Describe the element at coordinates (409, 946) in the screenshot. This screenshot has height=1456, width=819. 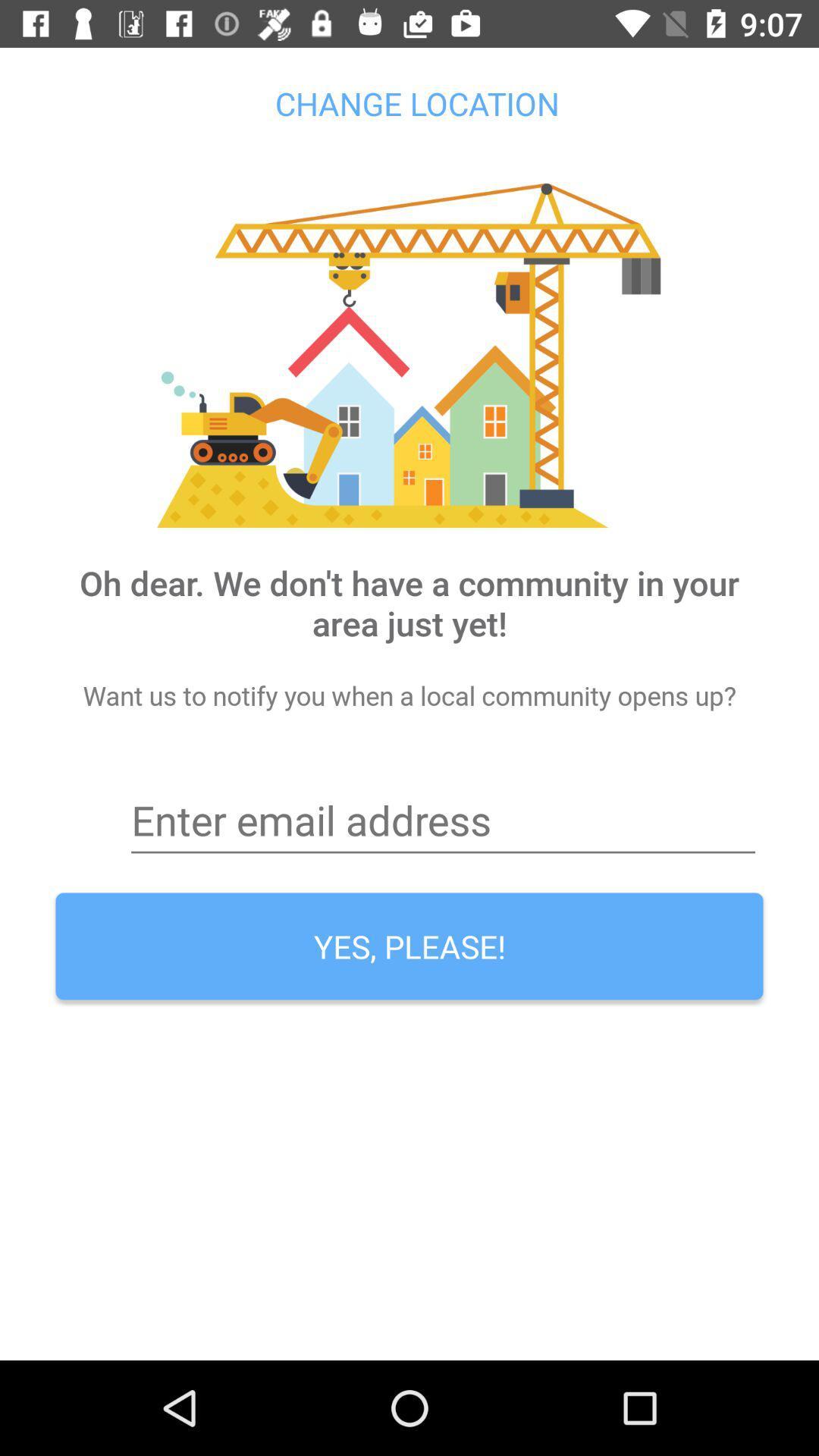
I see `the yes, please! item` at that location.